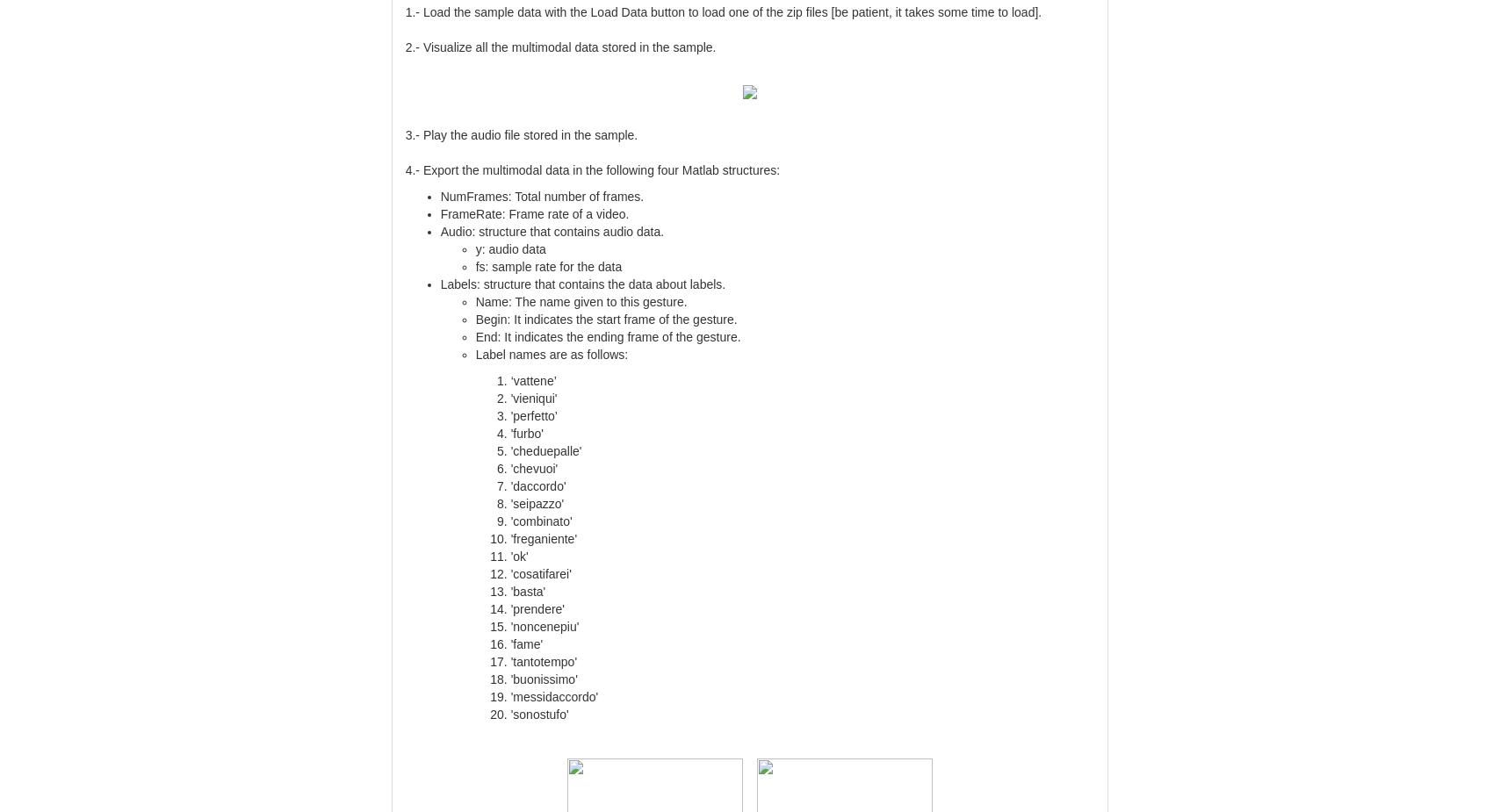  Describe the element at coordinates (534, 467) in the screenshot. I see `''chevuoi''` at that location.